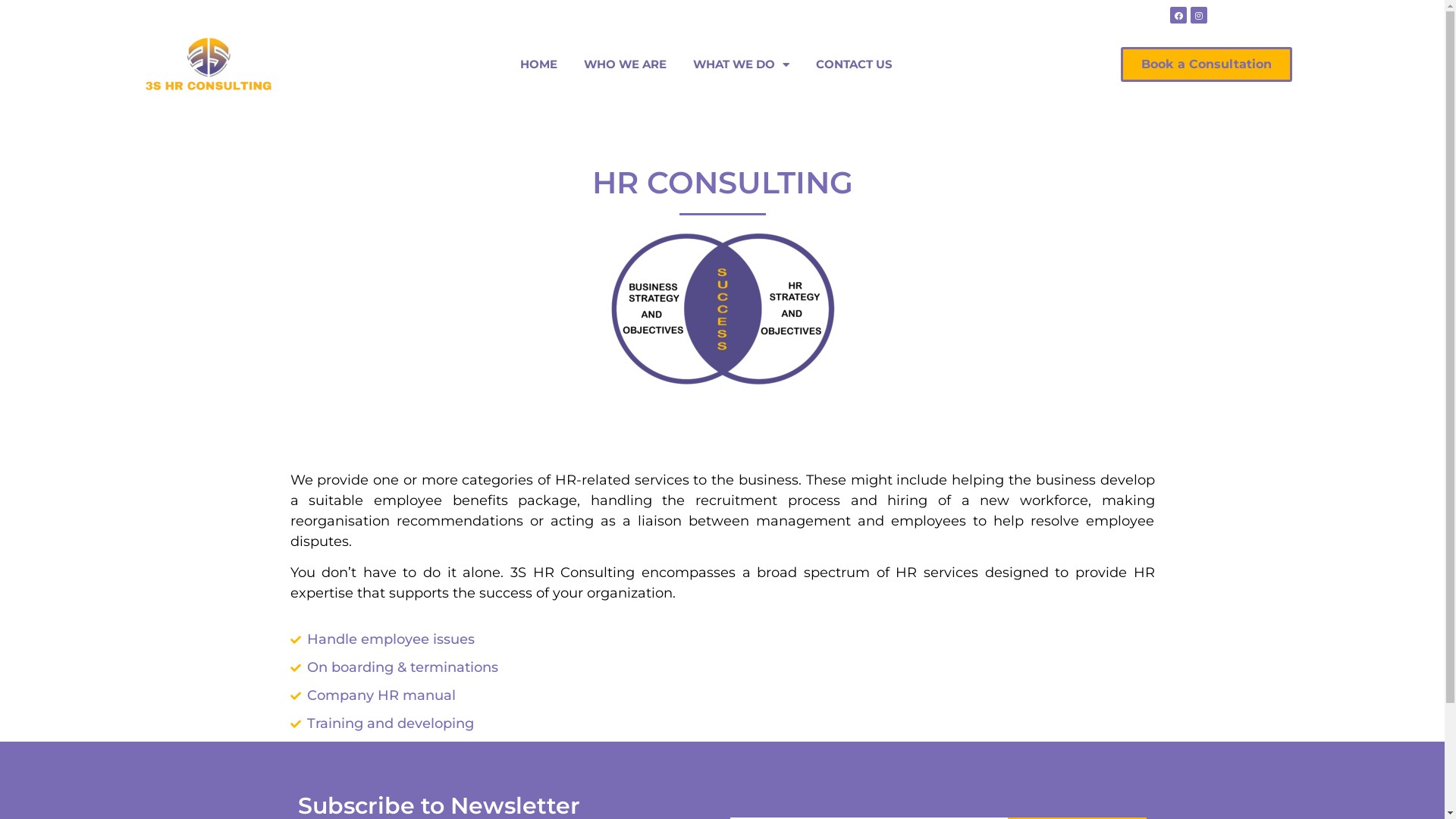  I want to click on 'WHO WE ARE', so click(625, 63).